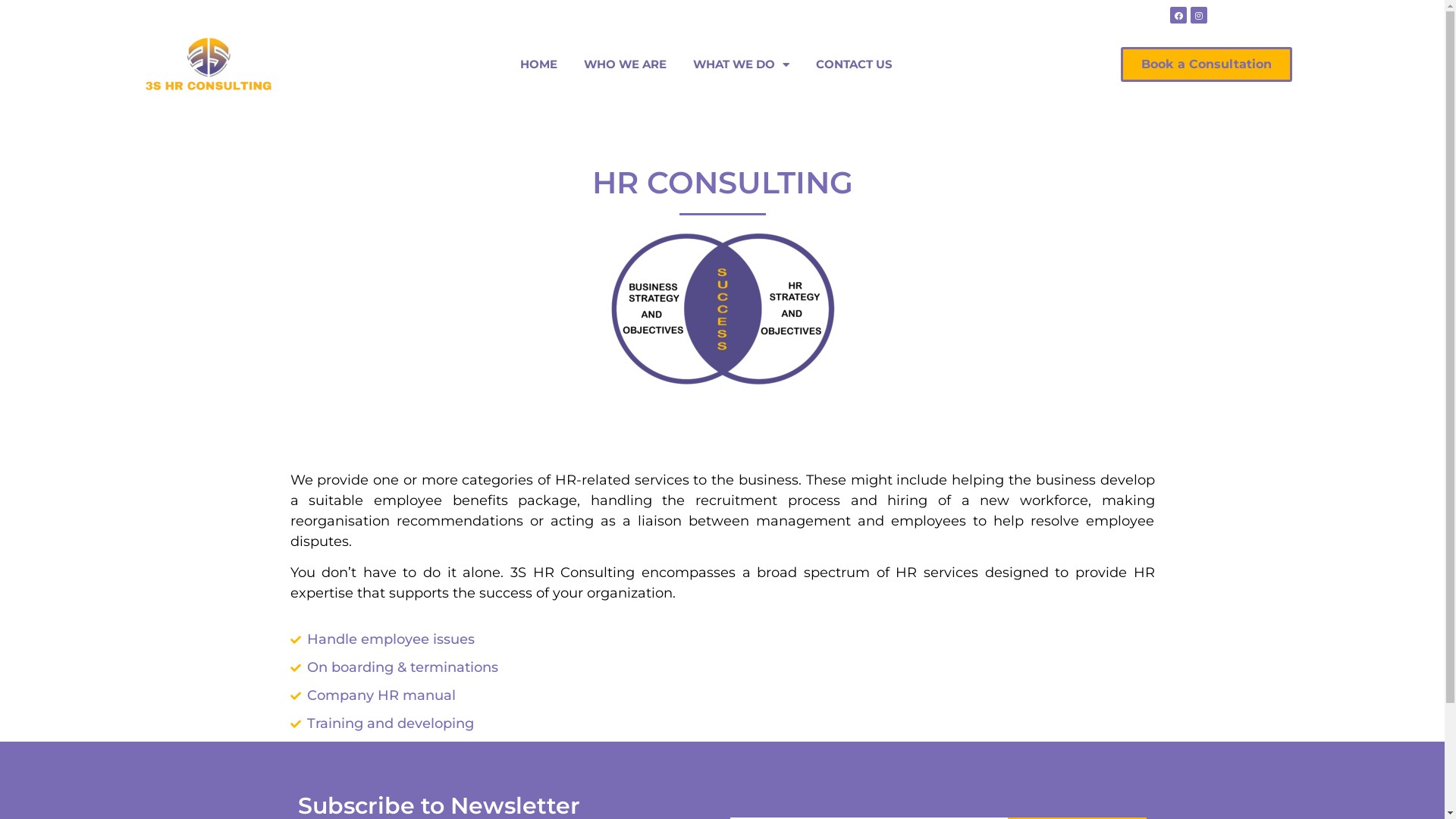  I want to click on 'WHO WE ARE', so click(625, 63).